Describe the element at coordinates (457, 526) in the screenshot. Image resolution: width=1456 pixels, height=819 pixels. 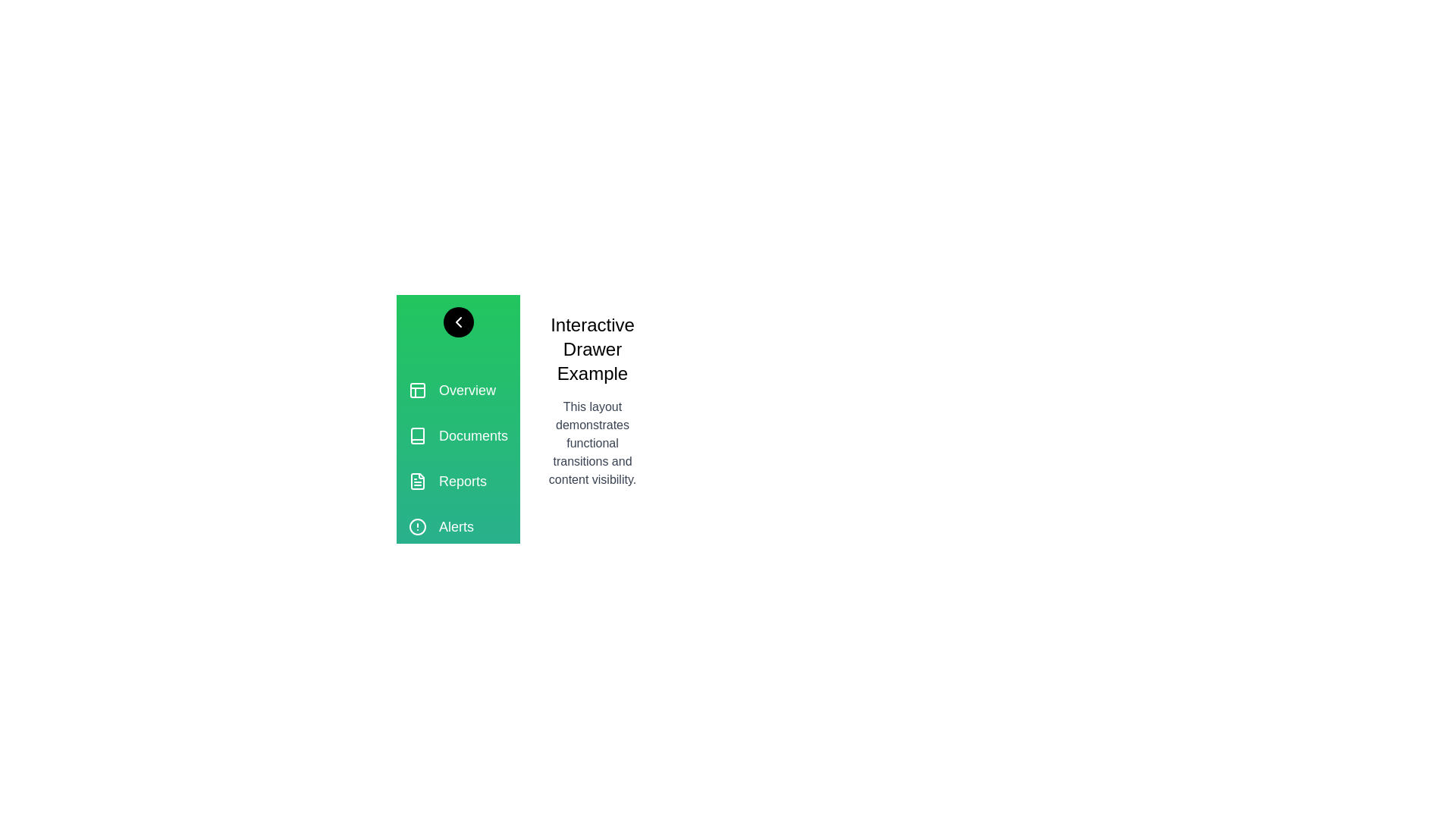
I see `the section labeled Alerts in the drawer` at that location.